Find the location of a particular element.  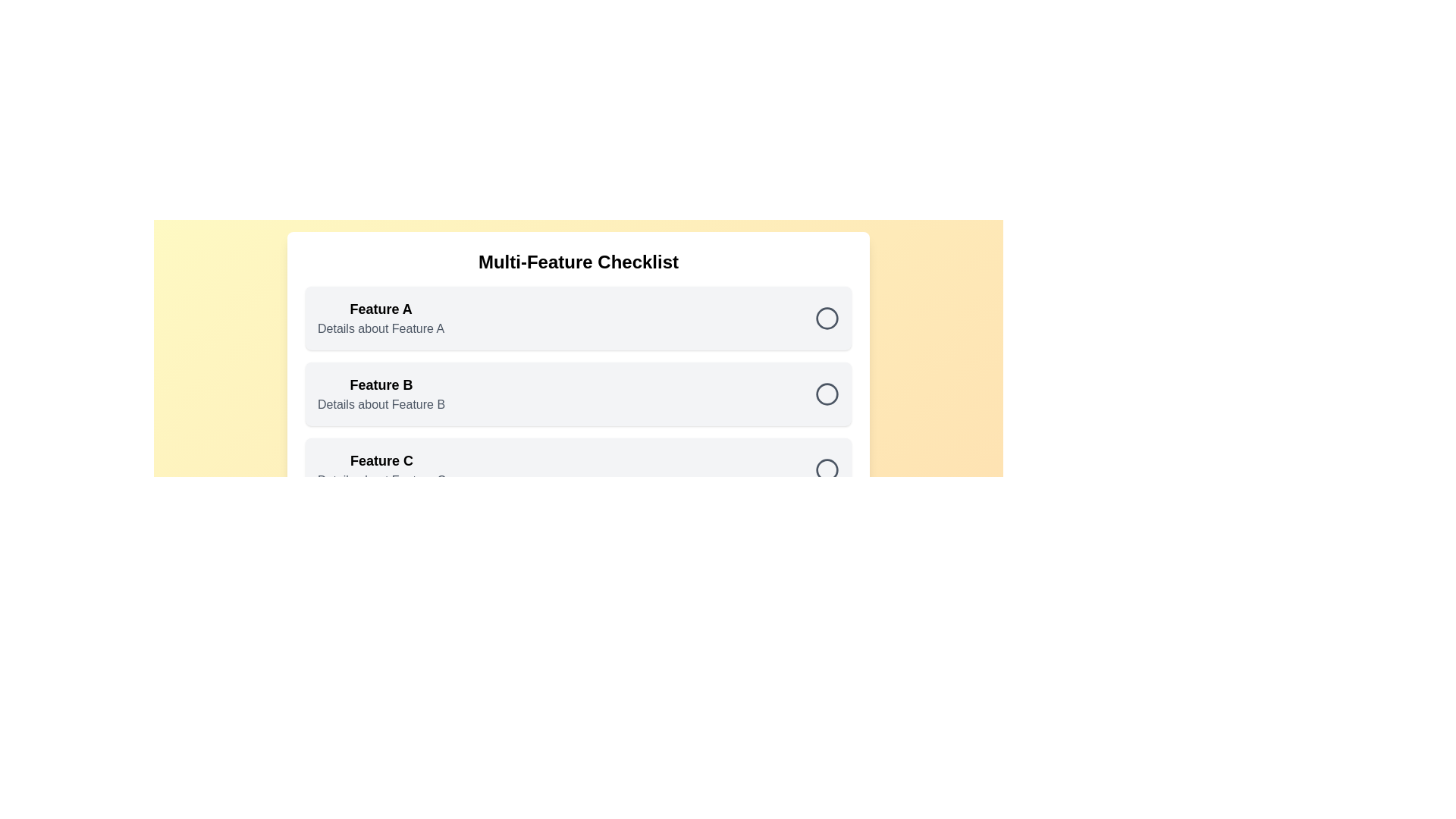

the checklist item Feature A is located at coordinates (826, 318).